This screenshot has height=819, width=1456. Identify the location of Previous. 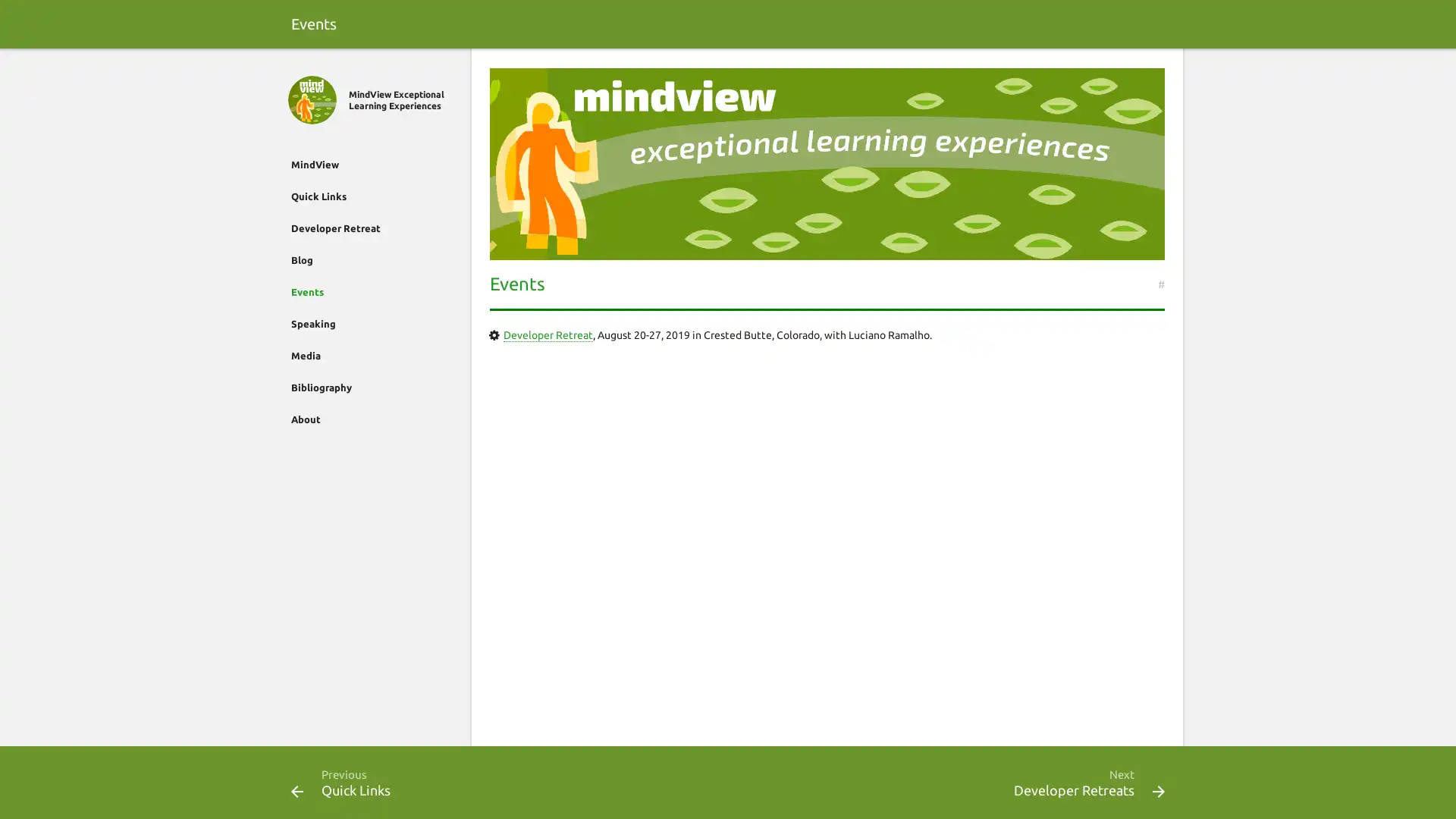
(297, 791).